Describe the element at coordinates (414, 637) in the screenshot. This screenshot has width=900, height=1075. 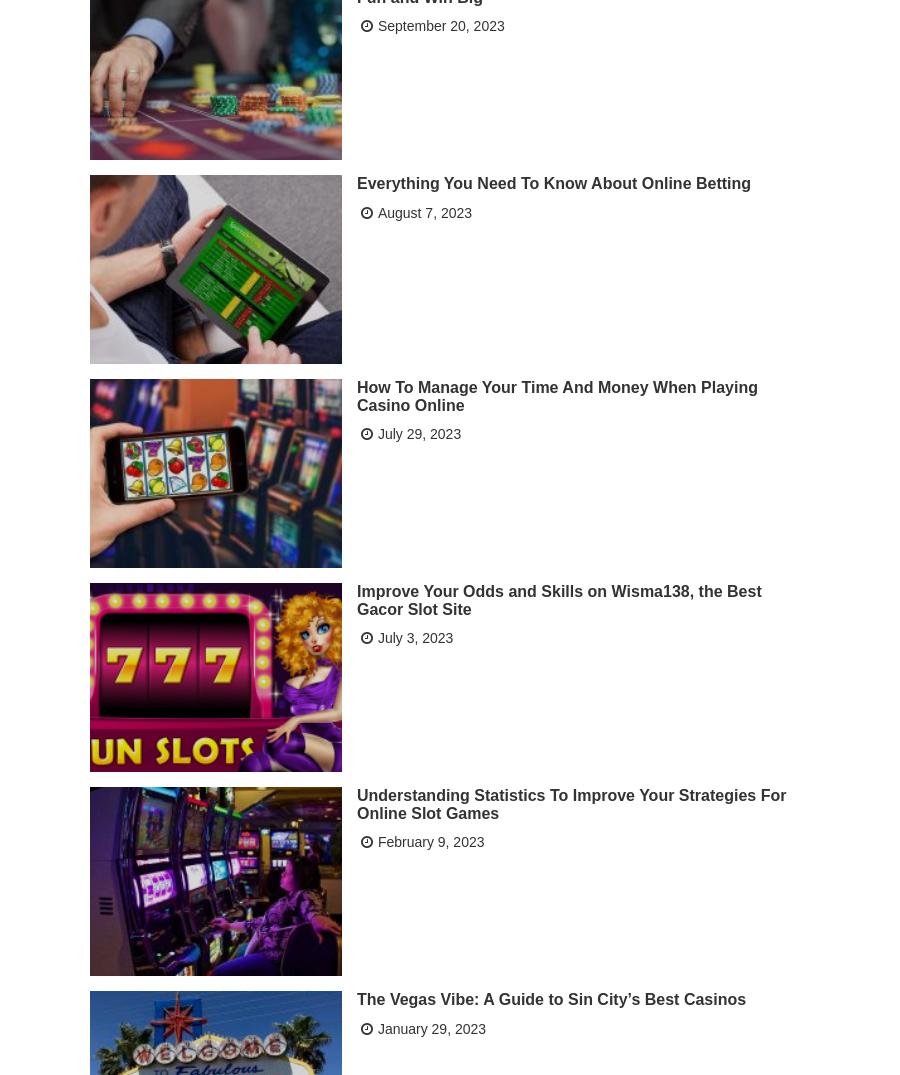
I see `'July 3, 2023'` at that location.